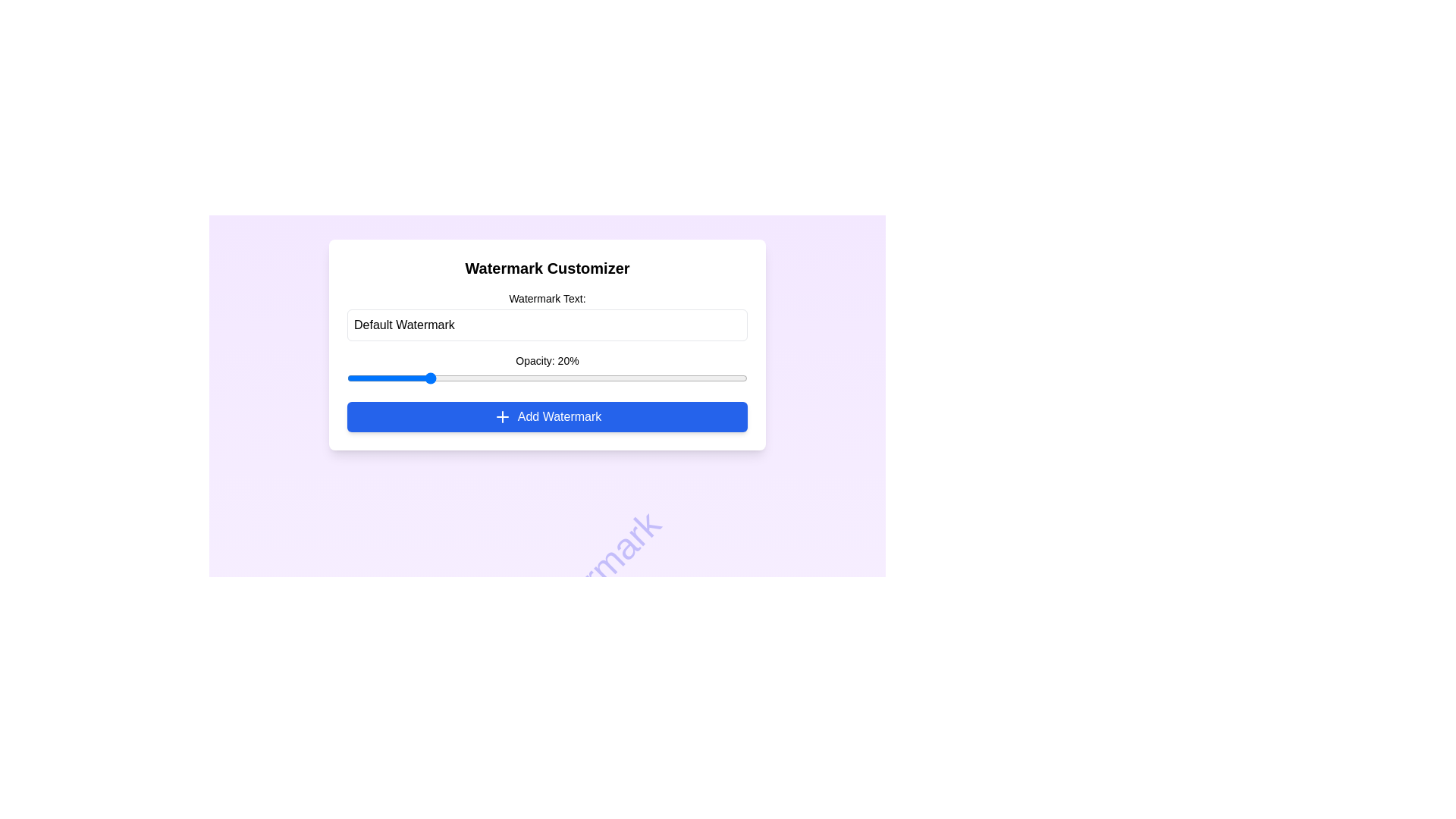  What do you see at coordinates (546, 377) in the screenshot?
I see `the range slider that adjusts the opacity value of the watermark, located beneath the 'Opacity: 20%' label` at bounding box center [546, 377].